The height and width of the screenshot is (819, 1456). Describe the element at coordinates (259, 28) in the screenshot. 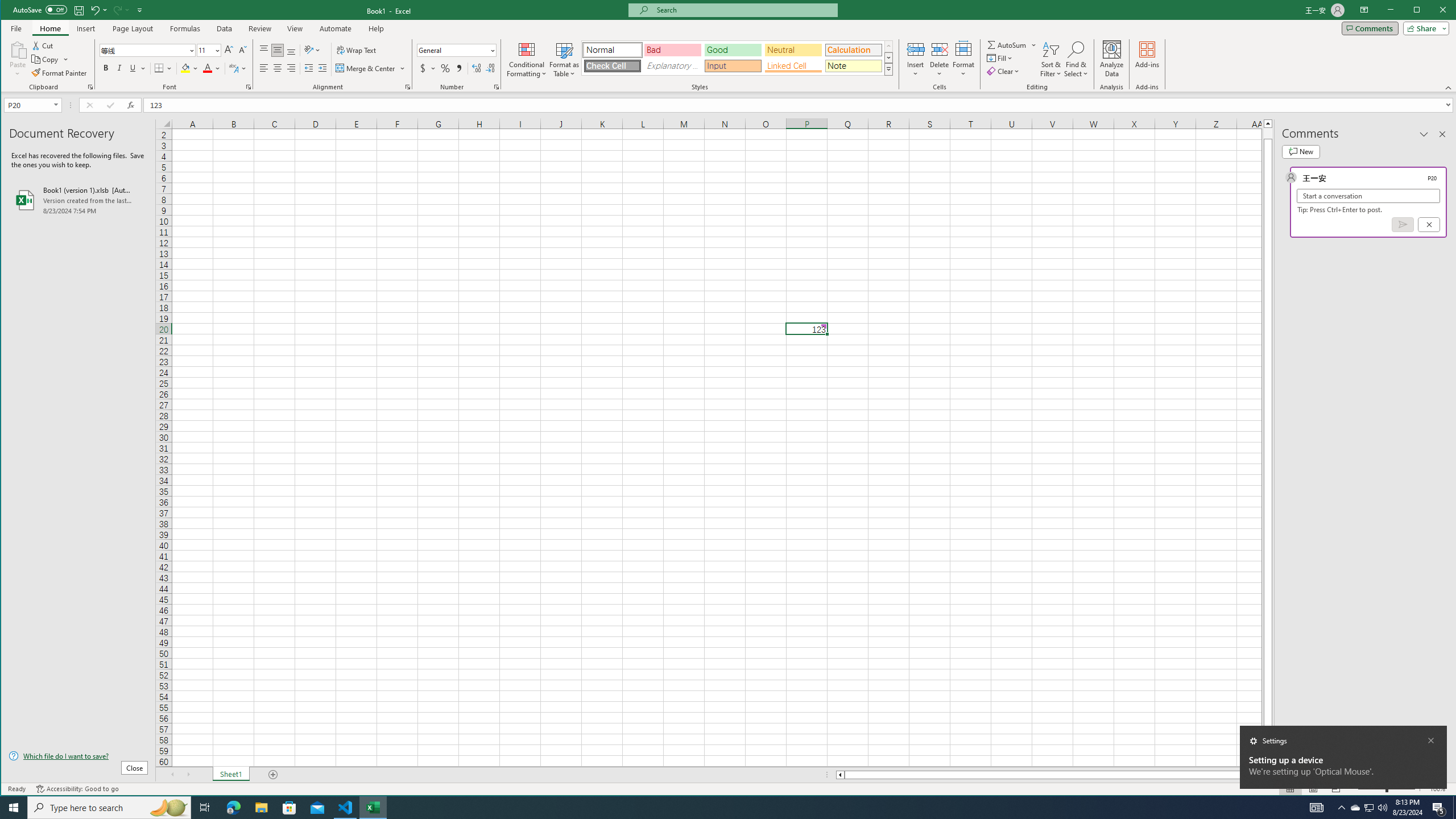

I see `'Review'` at that location.